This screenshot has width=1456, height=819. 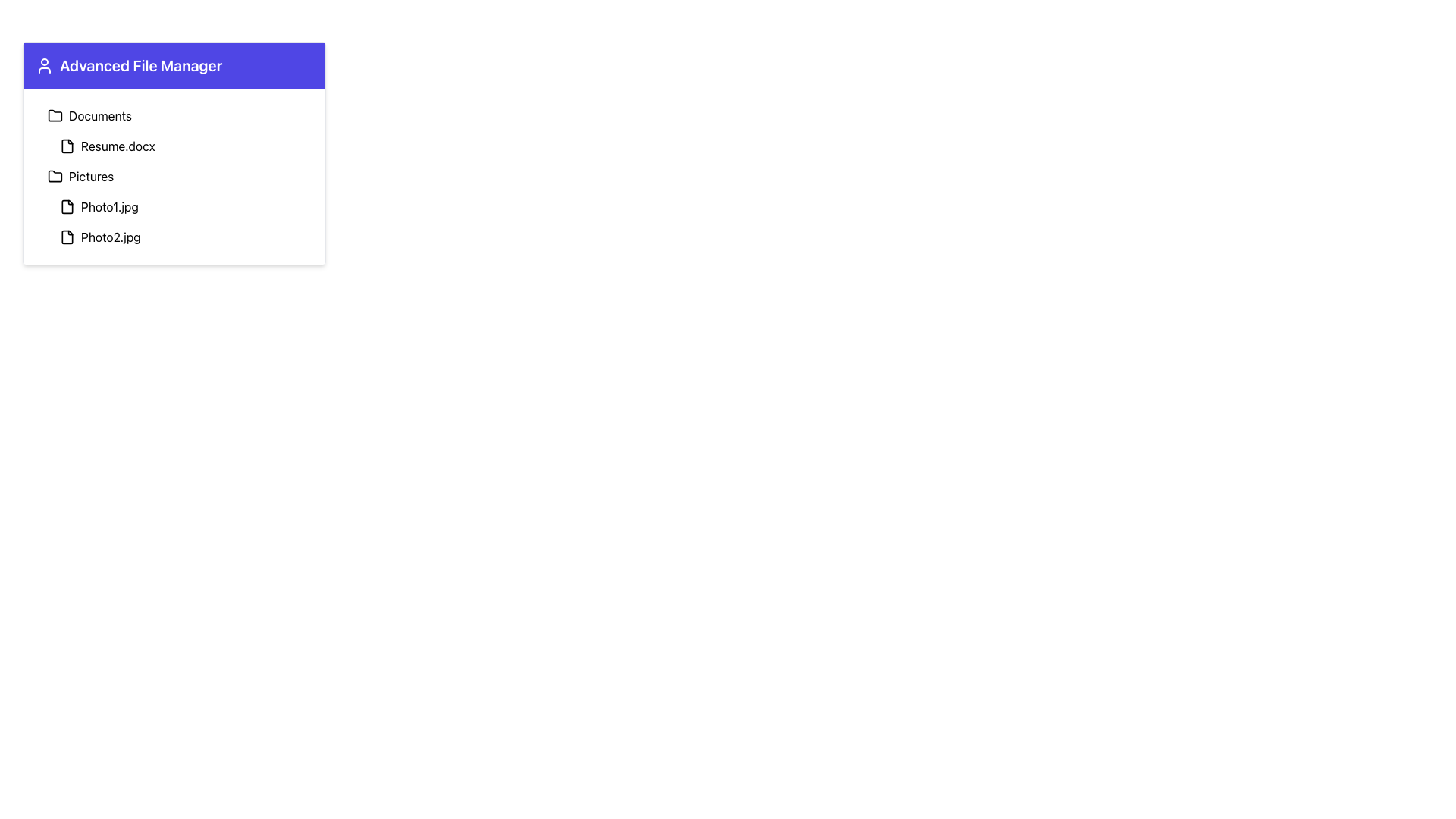 What do you see at coordinates (67, 207) in the screenshot?
I see `the SVG icon representing a file` at bounding box center [67, 207].